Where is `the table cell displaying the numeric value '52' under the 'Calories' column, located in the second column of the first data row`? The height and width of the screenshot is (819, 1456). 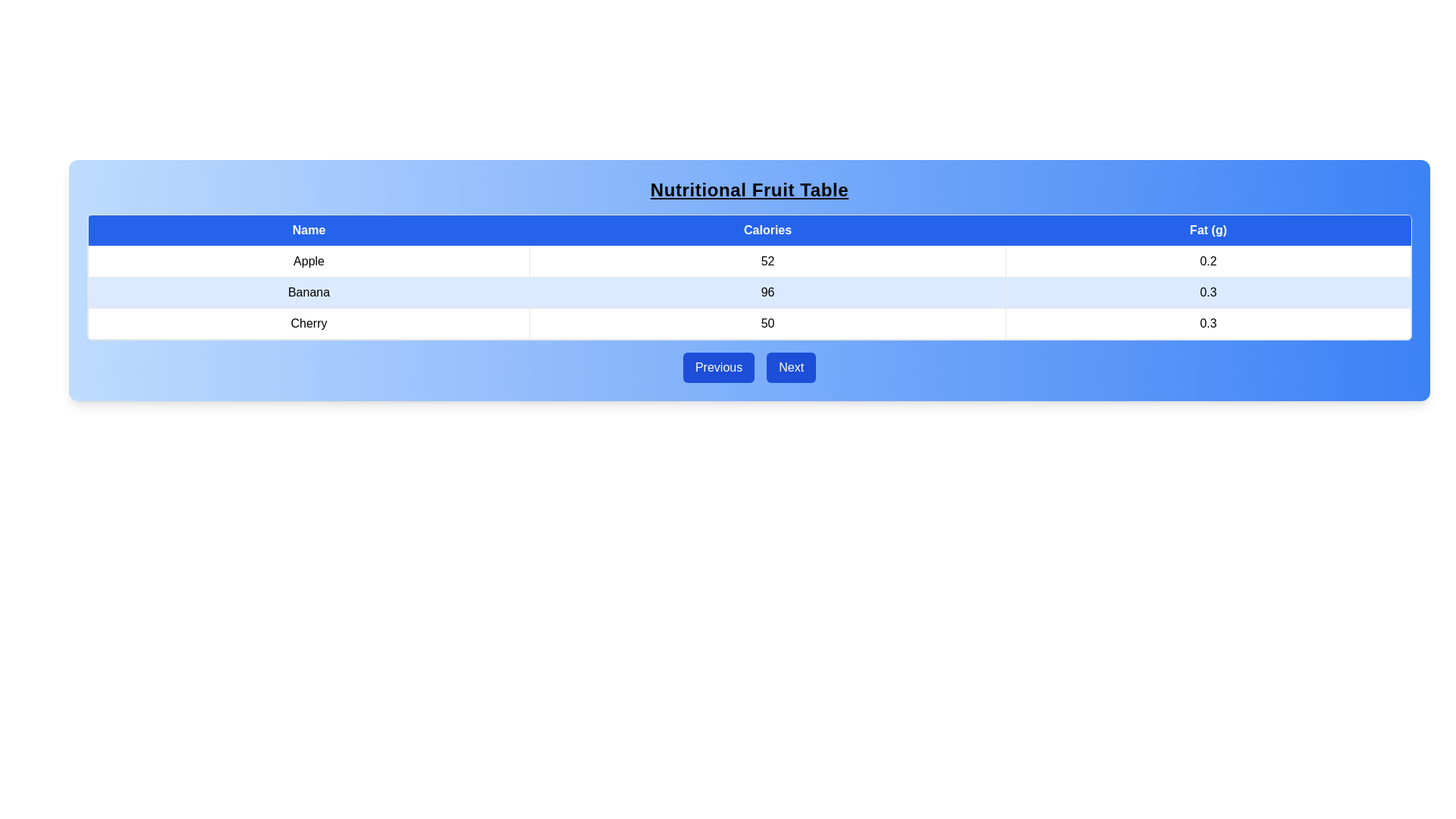 the table cell displaying the numeric value '52' under the 'Calories' column, located in the second column of the first data row is located at coordinates (749, 260).